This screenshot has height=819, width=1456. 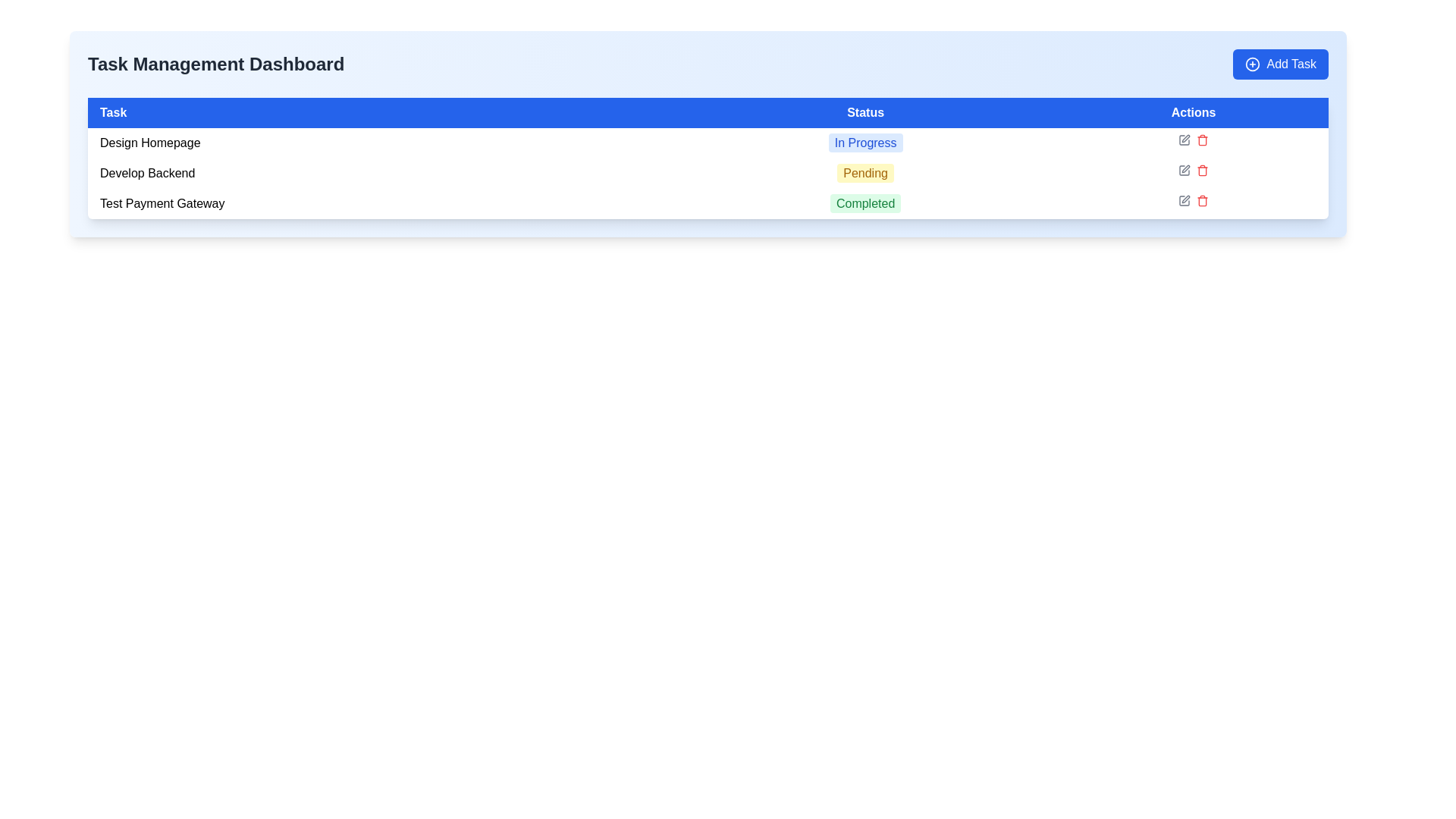 What do you see at coordinates (1193, 112) in the screenshot?
I see `title of the 'Actions' text label located in the rightmost position of the table header, which is part of a grouped header row containing 'Task,' 'Status,' and 'Actions.'` at bounding box center [1193, 112].